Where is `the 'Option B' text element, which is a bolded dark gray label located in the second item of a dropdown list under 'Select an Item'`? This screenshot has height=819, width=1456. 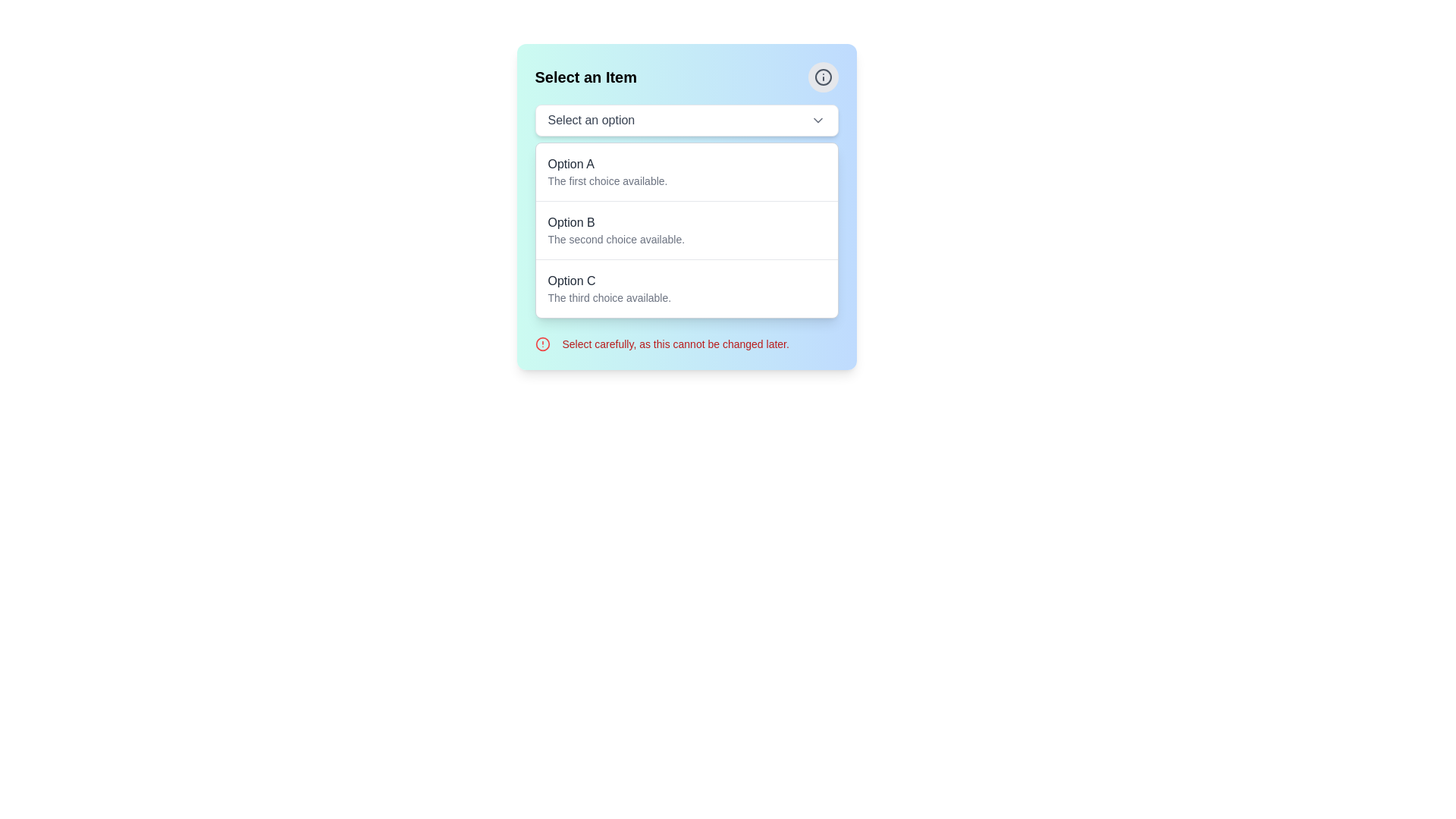 the 'Option B' text element, which is a bolded dark gray label located in the second item of a dropdown list under 'Select an Item' is located at coordinates (570, 222).